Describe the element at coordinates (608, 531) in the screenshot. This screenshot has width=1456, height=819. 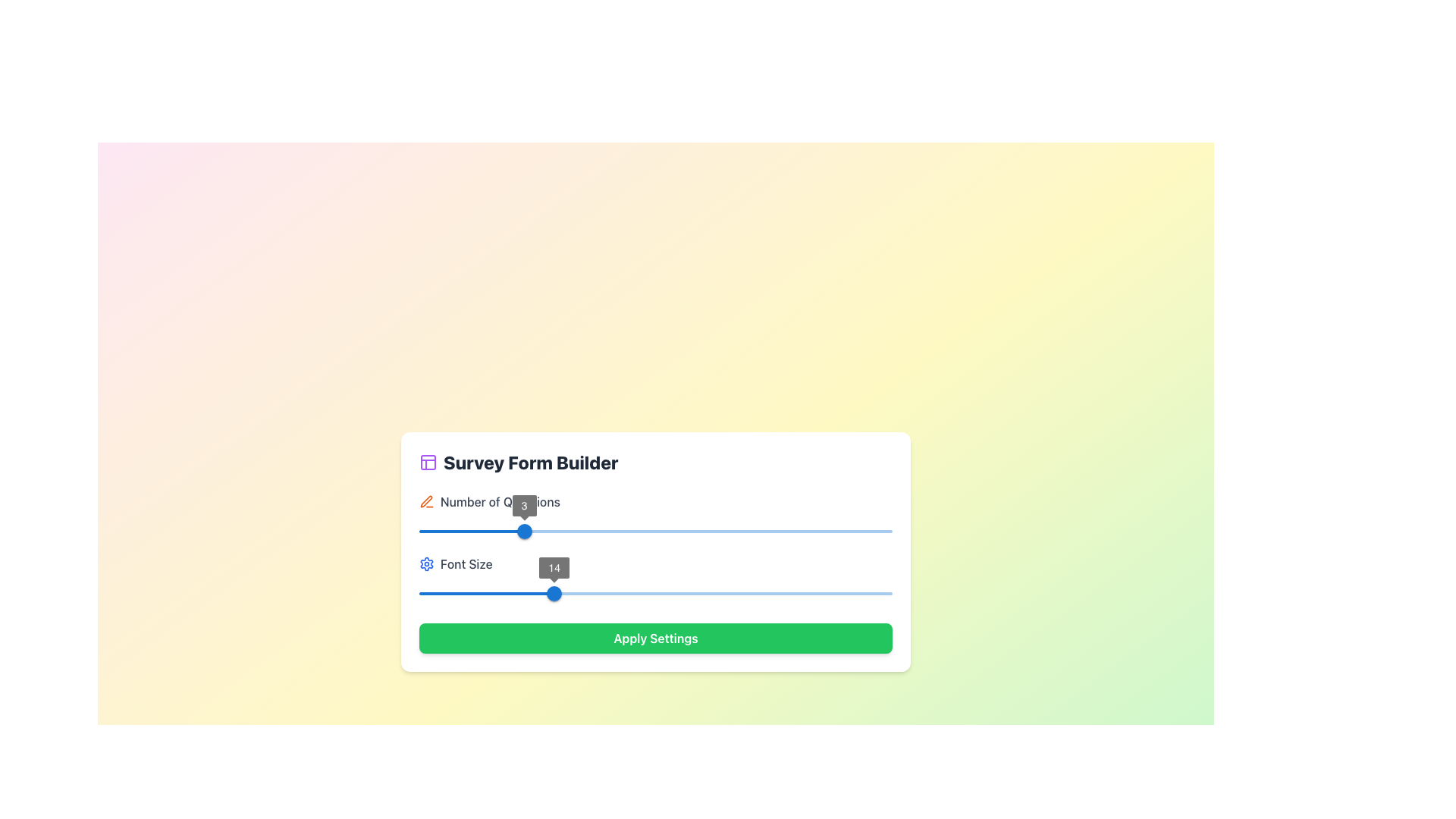
I see `the slider` at that location.